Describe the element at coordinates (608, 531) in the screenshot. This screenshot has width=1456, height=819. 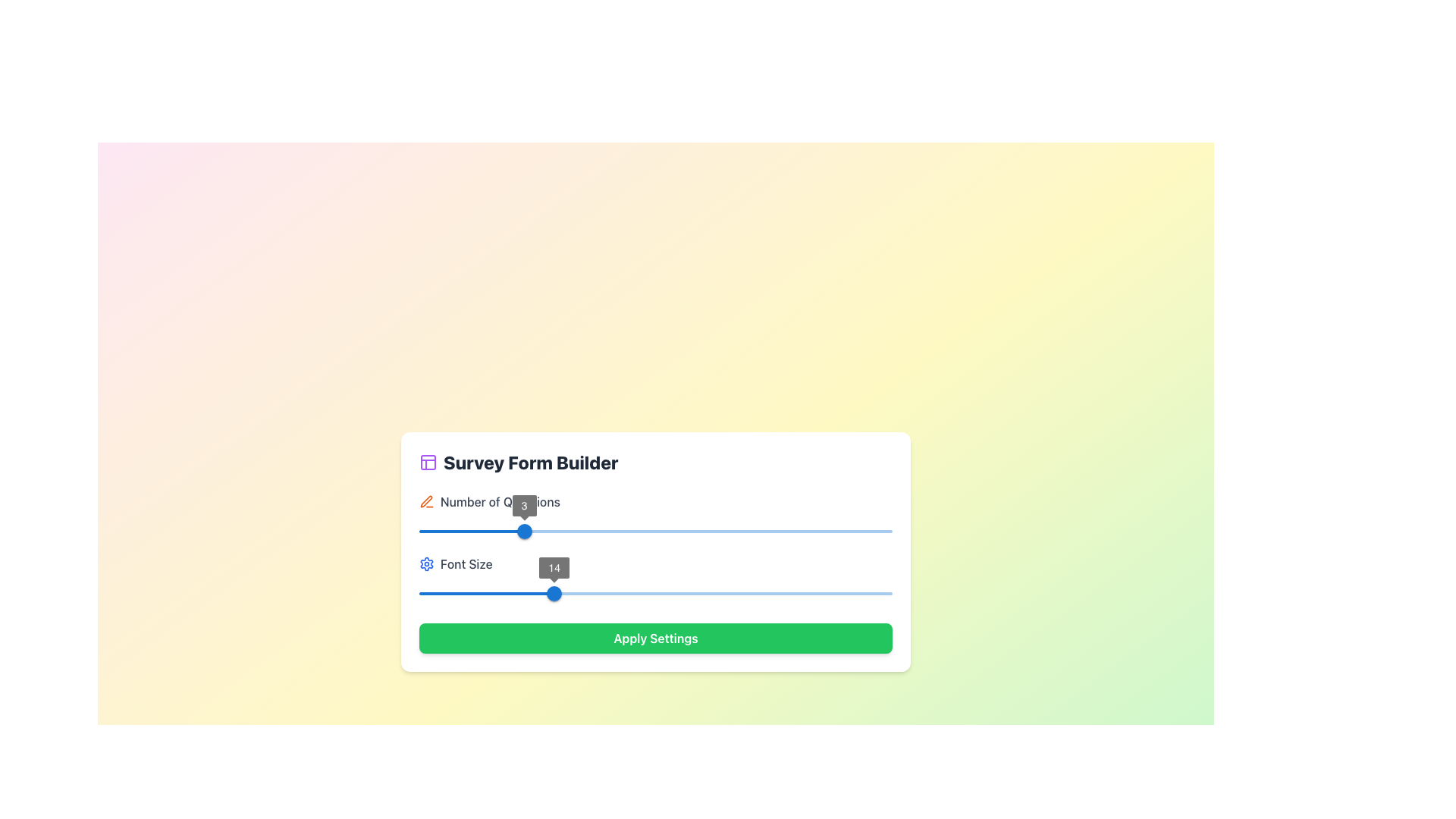
I see `the slider` at that location.